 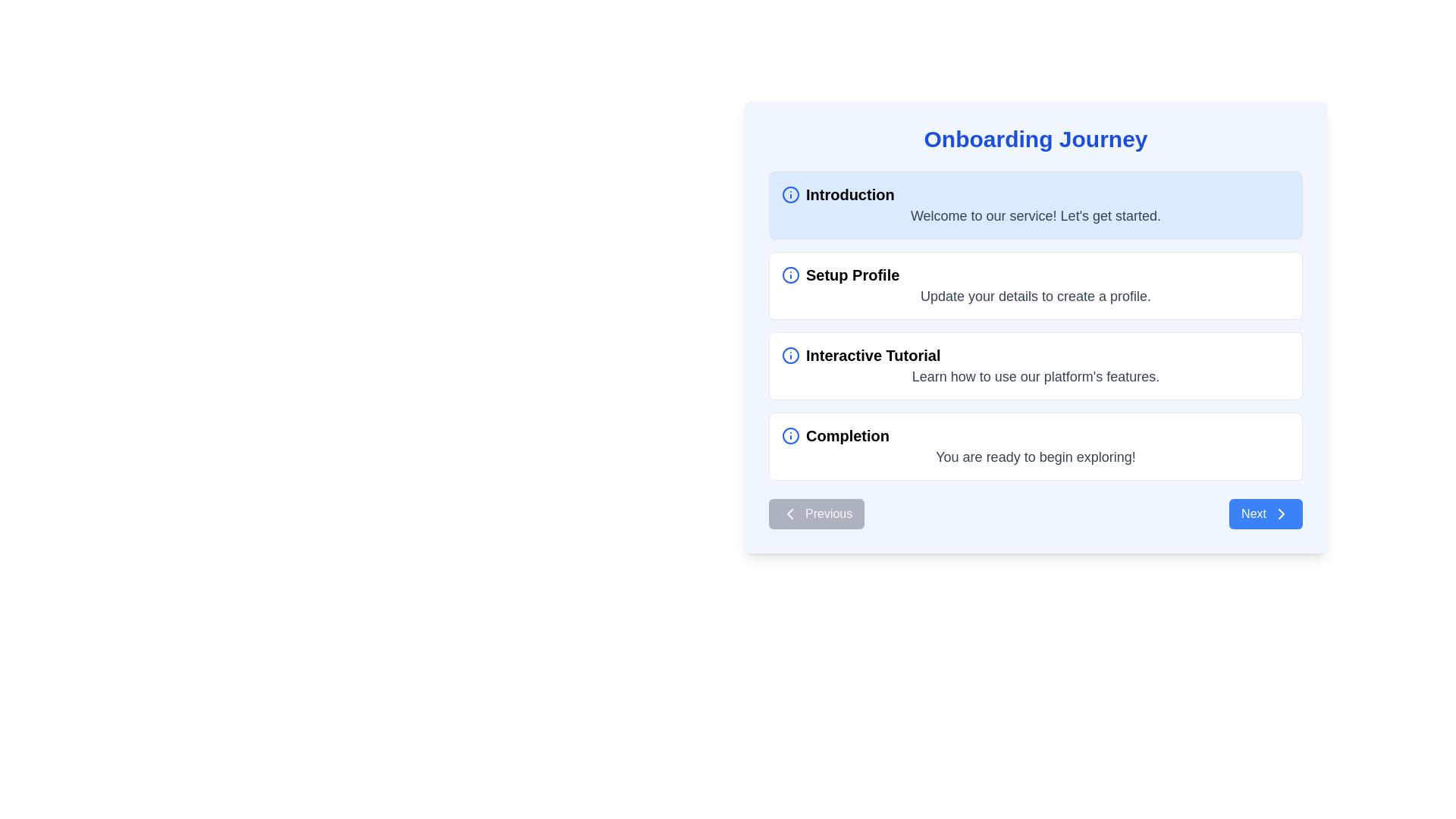 What do you see at coordinates (1035, 366) in the screenshot?
I see `the Informative Section Card, which is the third card in the onboarding sequence` at bounding box center [1035, 366].